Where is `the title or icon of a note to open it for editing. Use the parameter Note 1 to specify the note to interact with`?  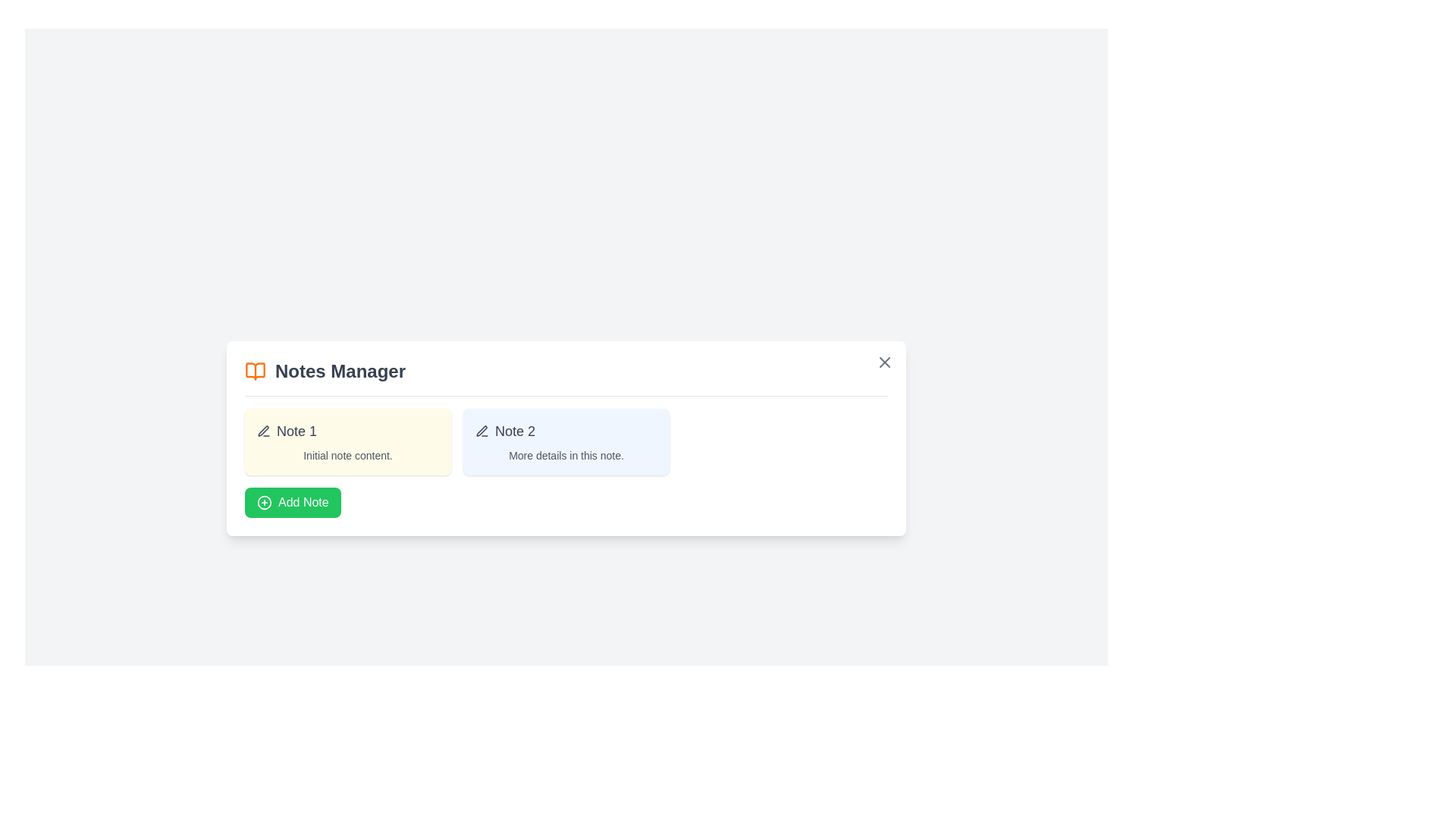
the title or icon of a note to open it for editing. Use the parameter Note 1 to specify the note to interact with is located at coordinates (347, 431).